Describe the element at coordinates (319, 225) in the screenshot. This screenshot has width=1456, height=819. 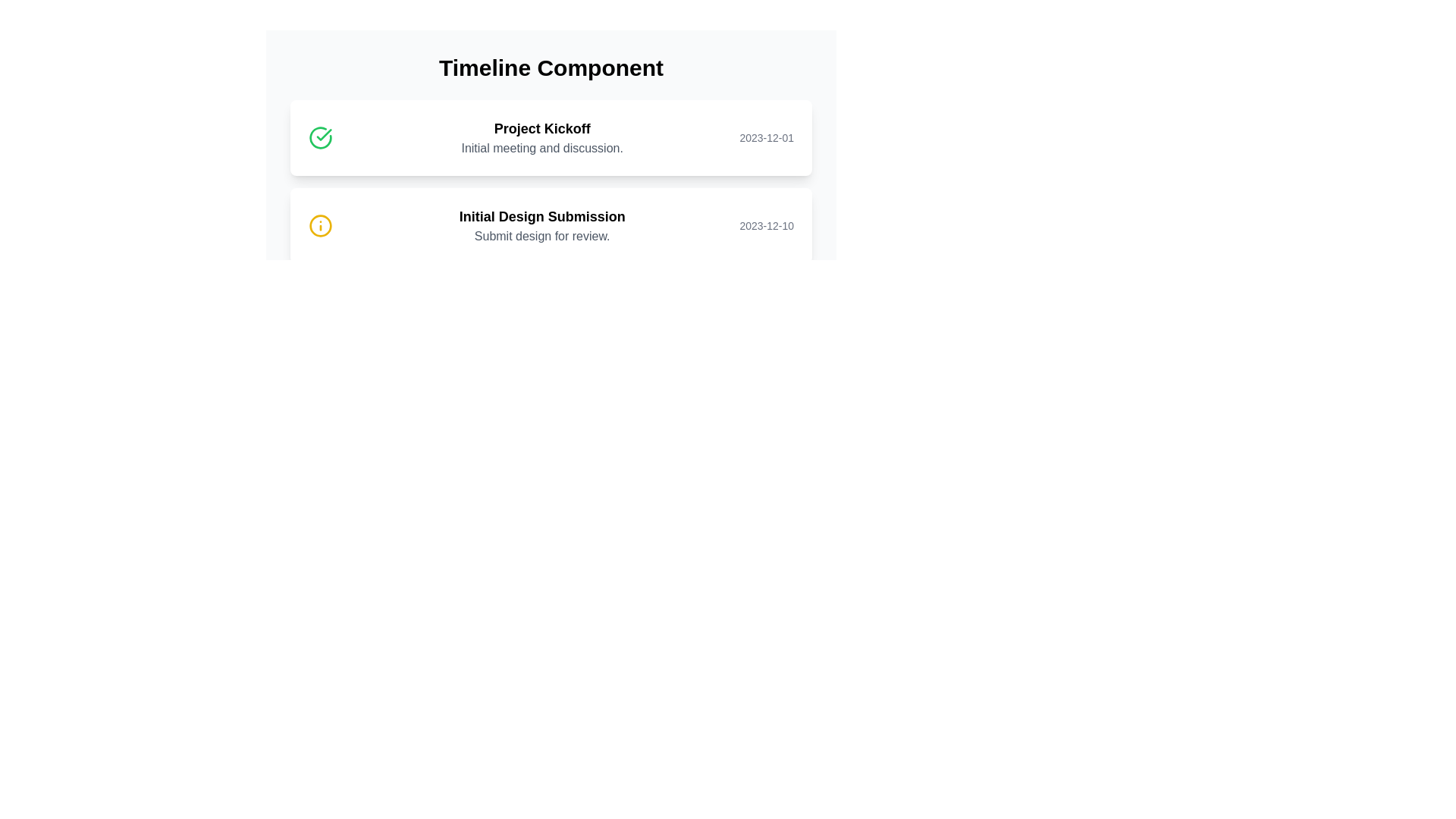
I see `the visual indicator icon located to the left of the text 'Initial Design Submission' within the task card labeled 'Initial Design Submission'` at that location.